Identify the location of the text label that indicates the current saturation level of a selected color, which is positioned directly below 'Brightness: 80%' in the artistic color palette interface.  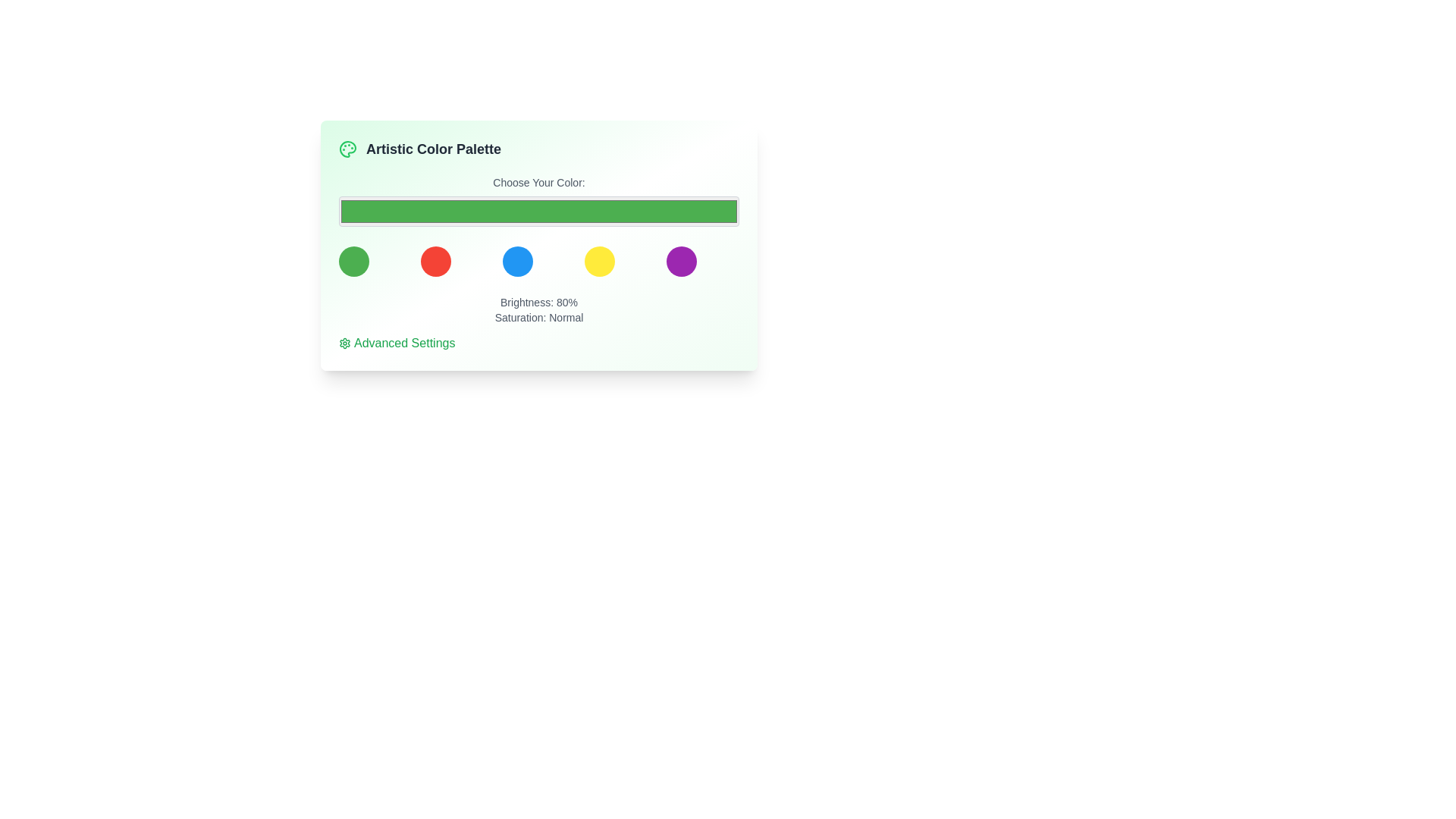
(538, 317).